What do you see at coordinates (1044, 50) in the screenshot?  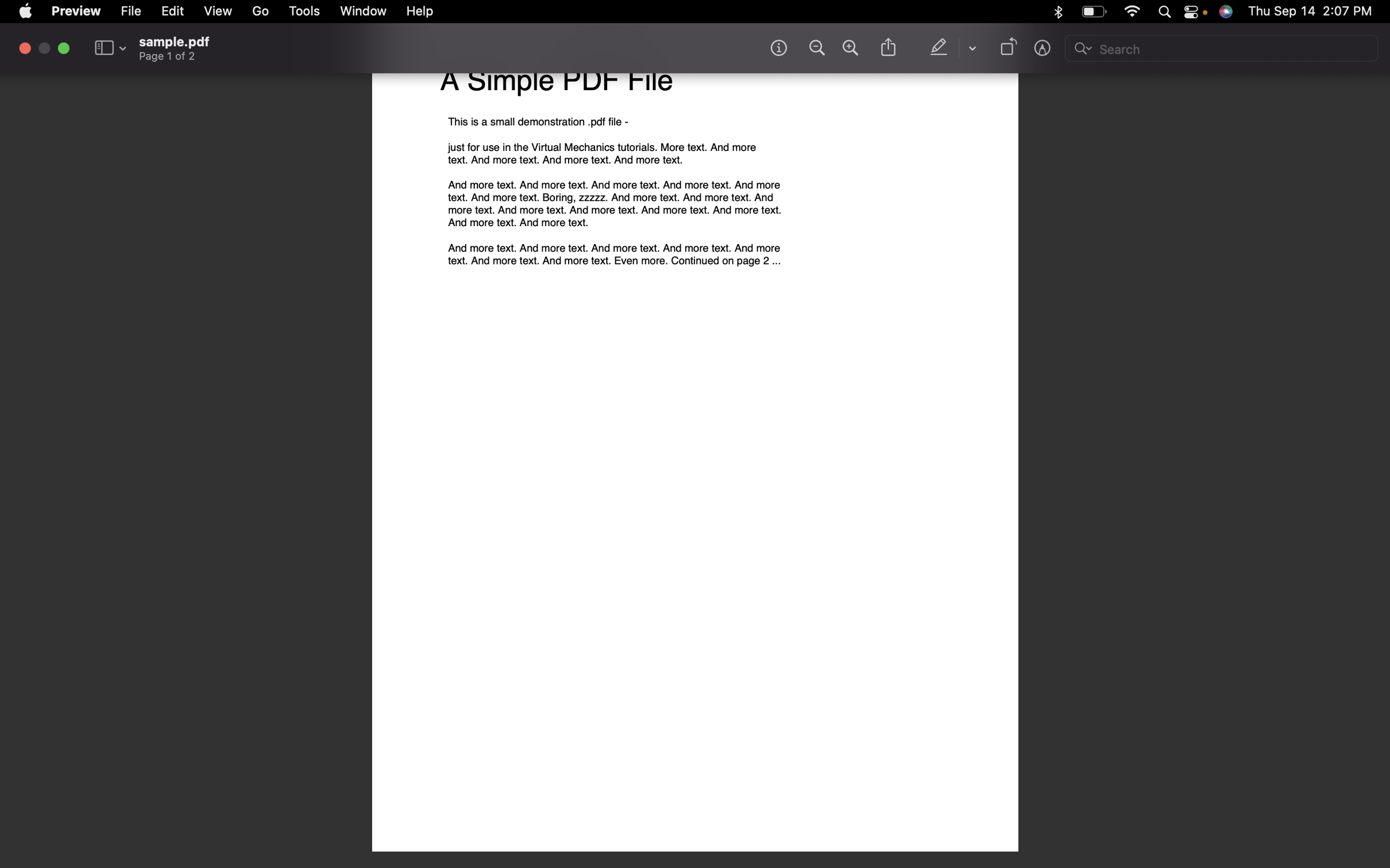 I see `Bring up the markup toolbar` at bounding box center [1044, 50].